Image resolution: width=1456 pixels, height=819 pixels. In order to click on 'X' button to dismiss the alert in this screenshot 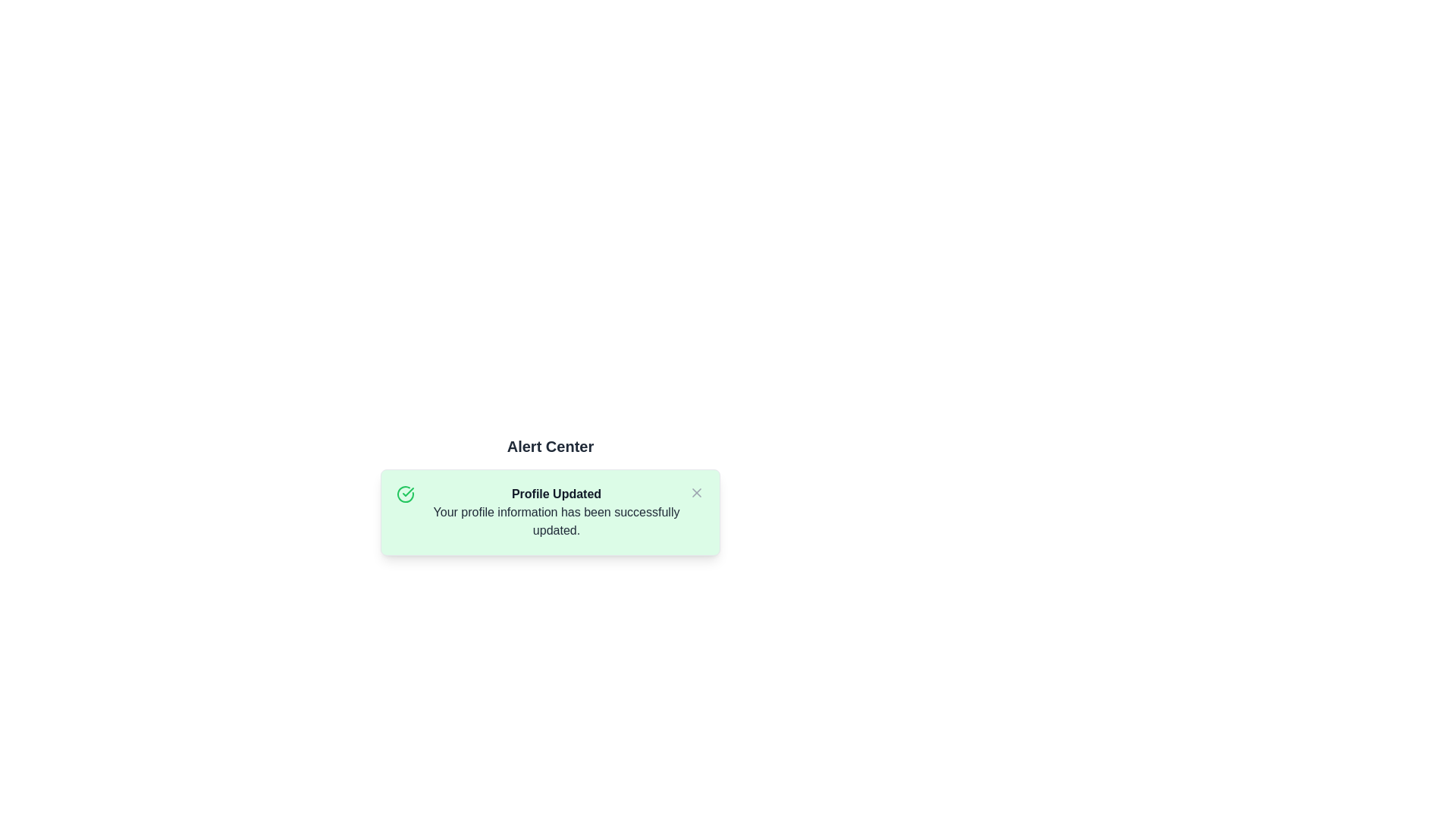, I will do `click(695, 493)`.